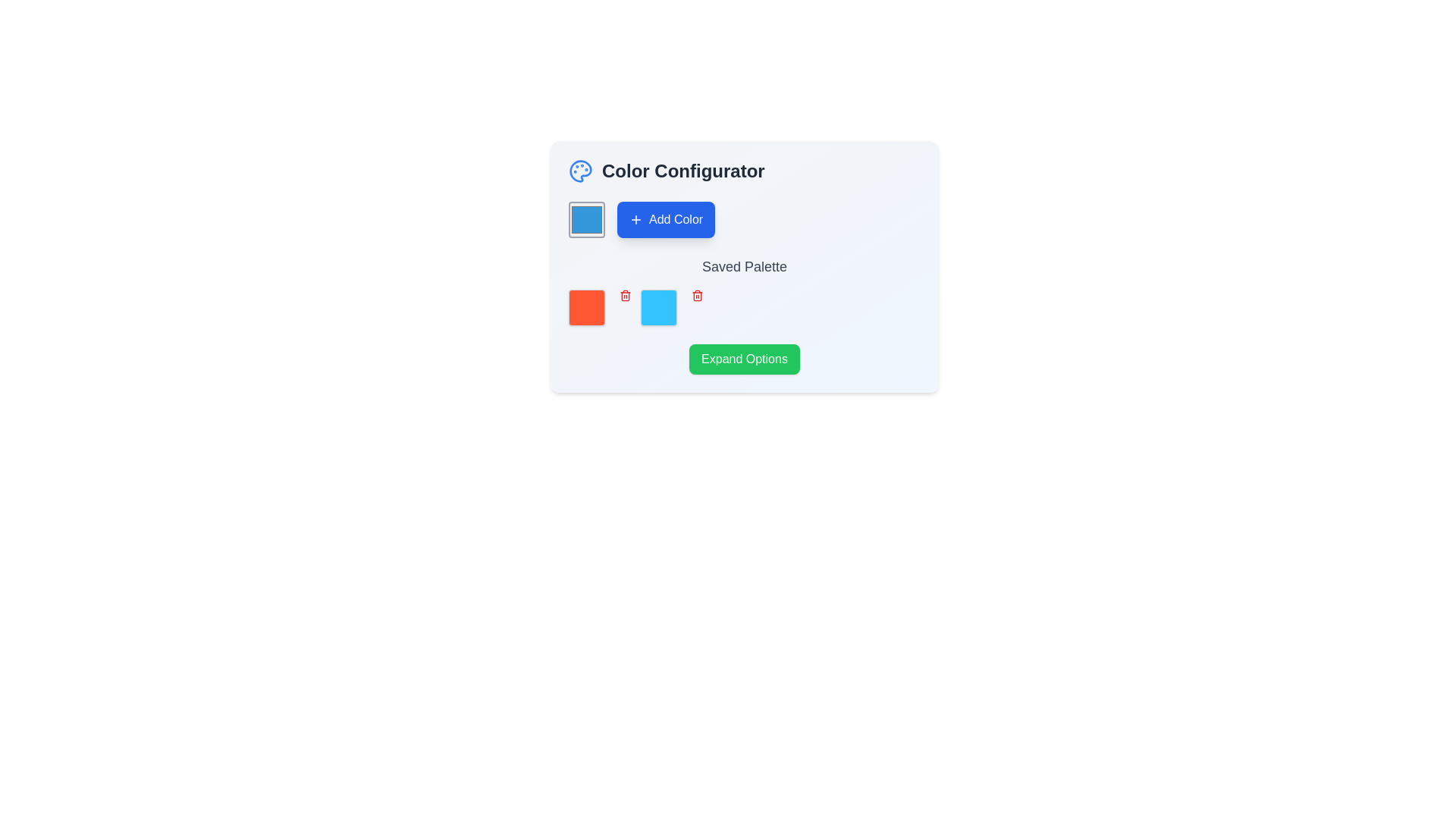 The width and height of the screenshot is (1456, 819). I want to click on the text label that serves as a heading for the saved color palettes section in the 'Color Configurator' interface, located at the center of the section between the 'Add Color' button and the group of colored icons, so click(745, 265).